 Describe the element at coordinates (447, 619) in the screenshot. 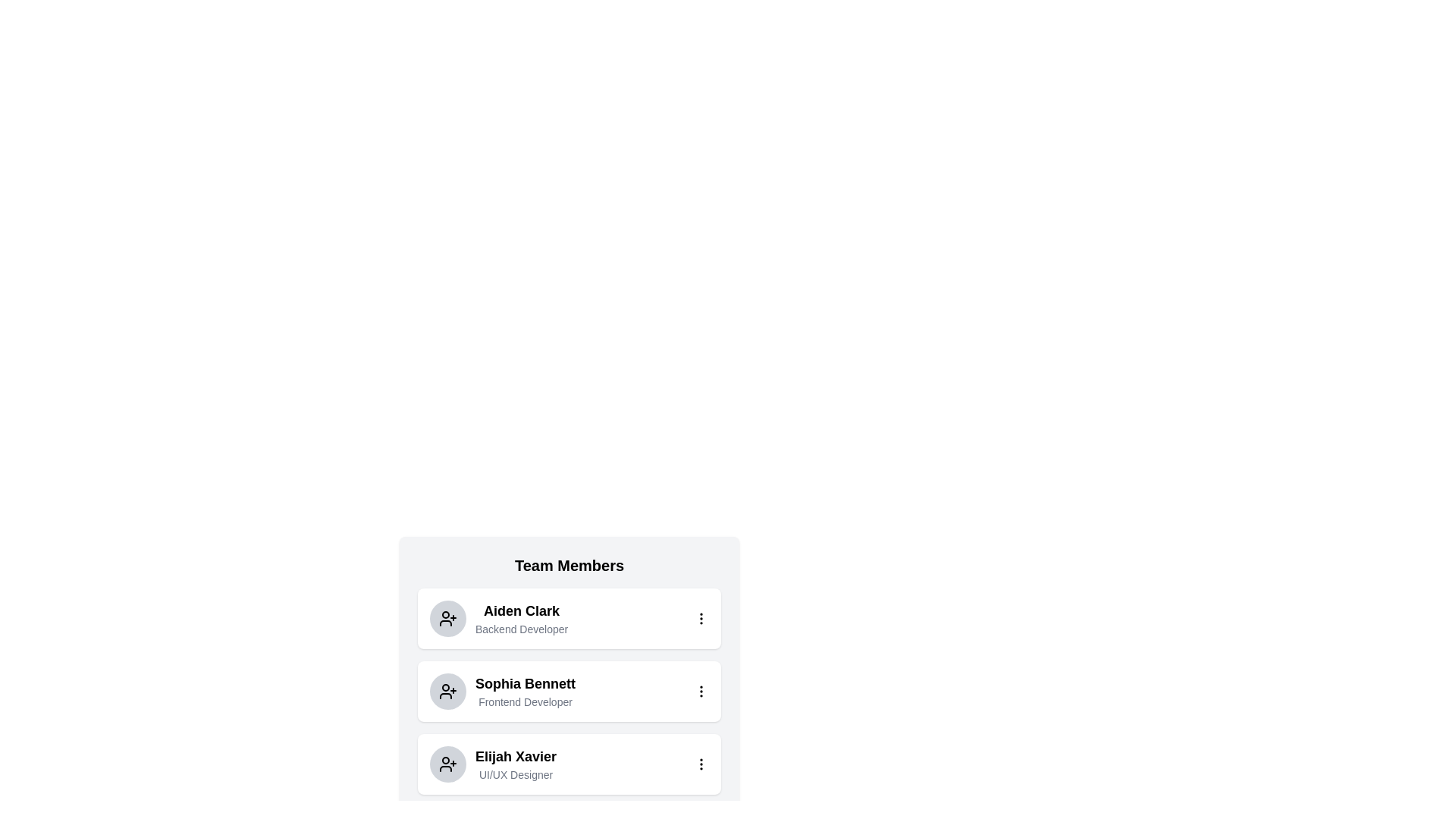

I see `the circular button with a person and plus icon, located to the left of the text for 'Aiden Clark, Backend Developer'` at that location.